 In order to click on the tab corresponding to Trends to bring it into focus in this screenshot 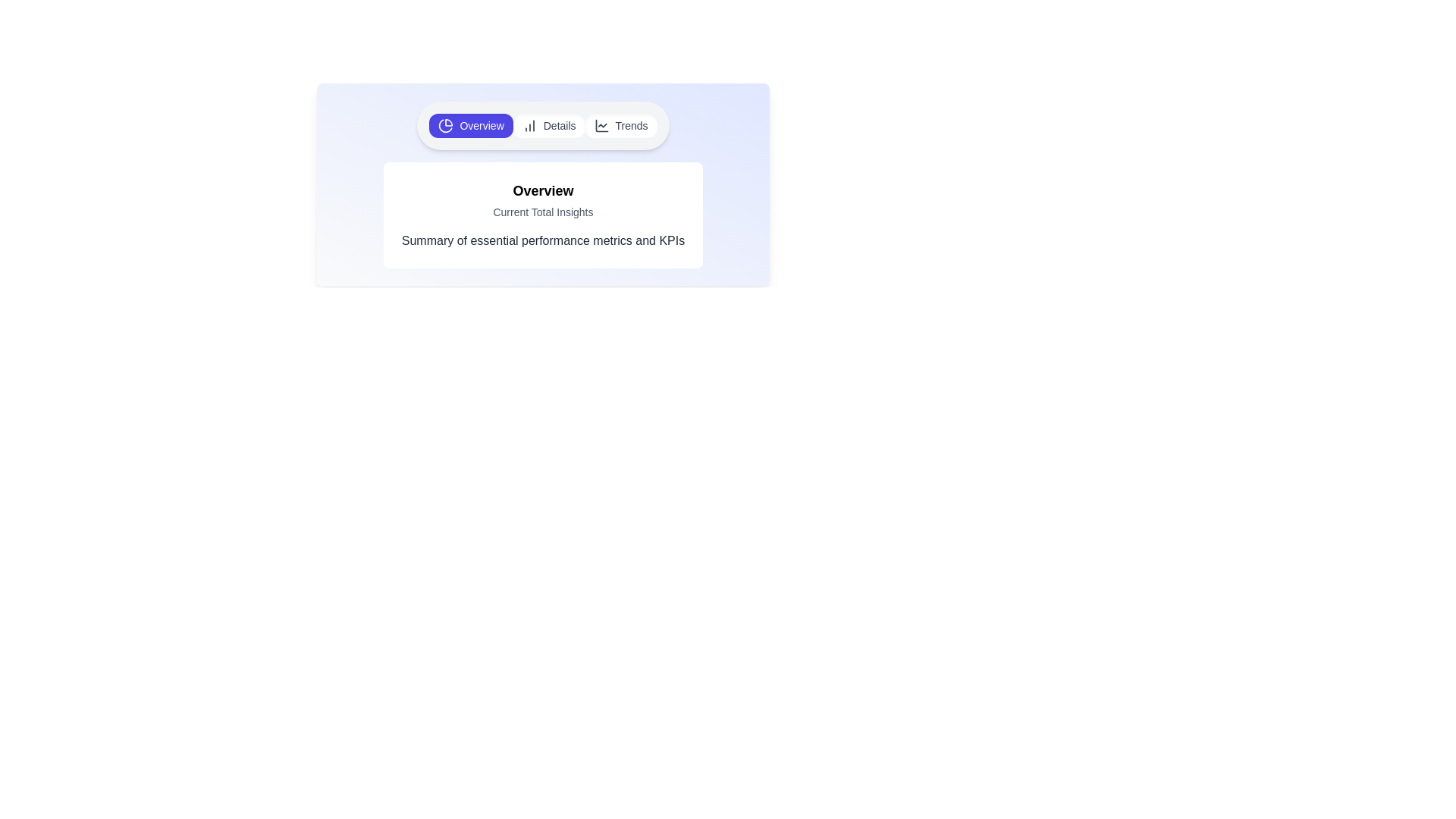, I will do `click(621, 124)`.